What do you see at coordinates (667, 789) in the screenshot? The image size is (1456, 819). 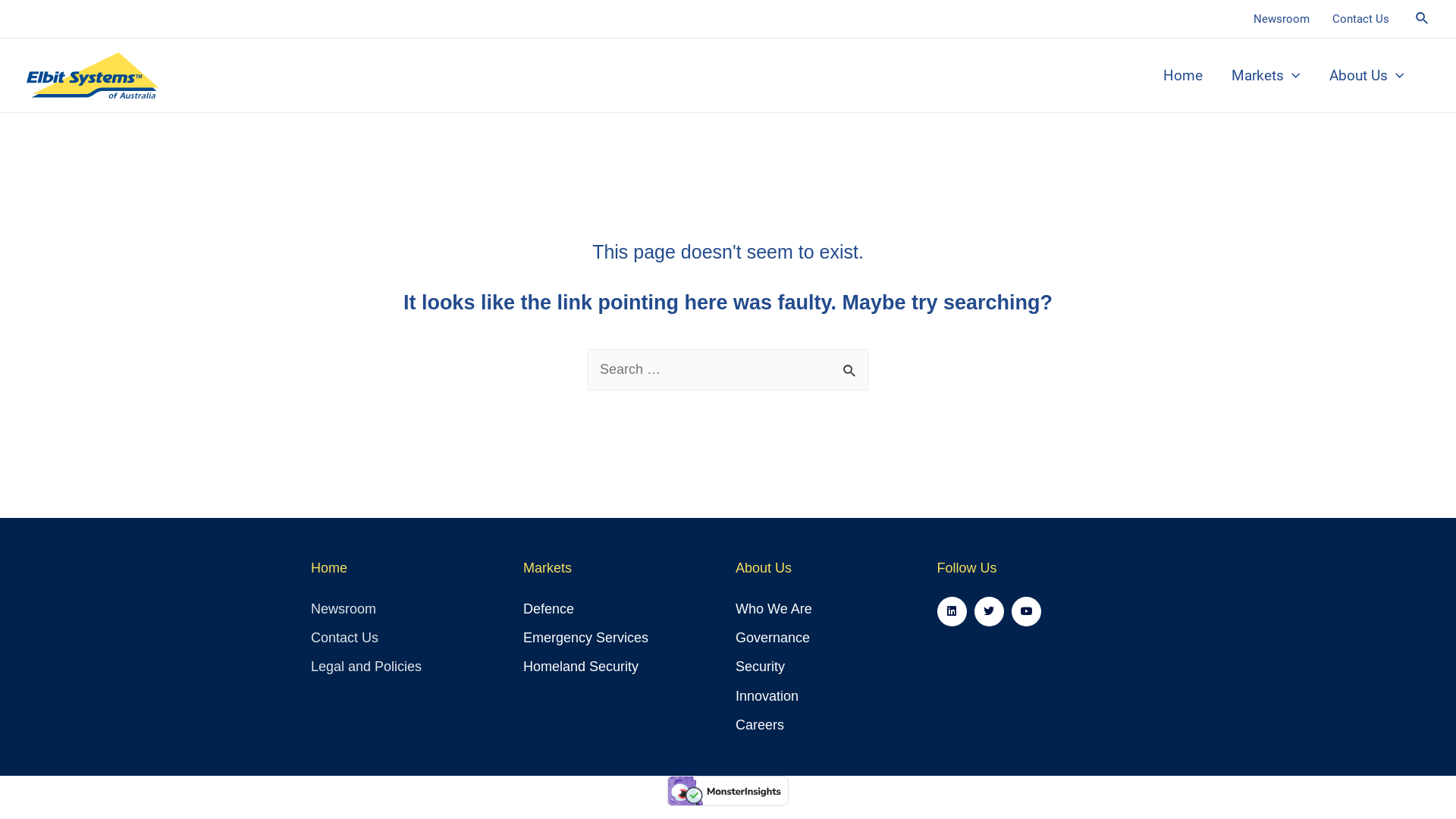 I see `'Verified by MonsterInsights'` at bounding box center [667, 789].